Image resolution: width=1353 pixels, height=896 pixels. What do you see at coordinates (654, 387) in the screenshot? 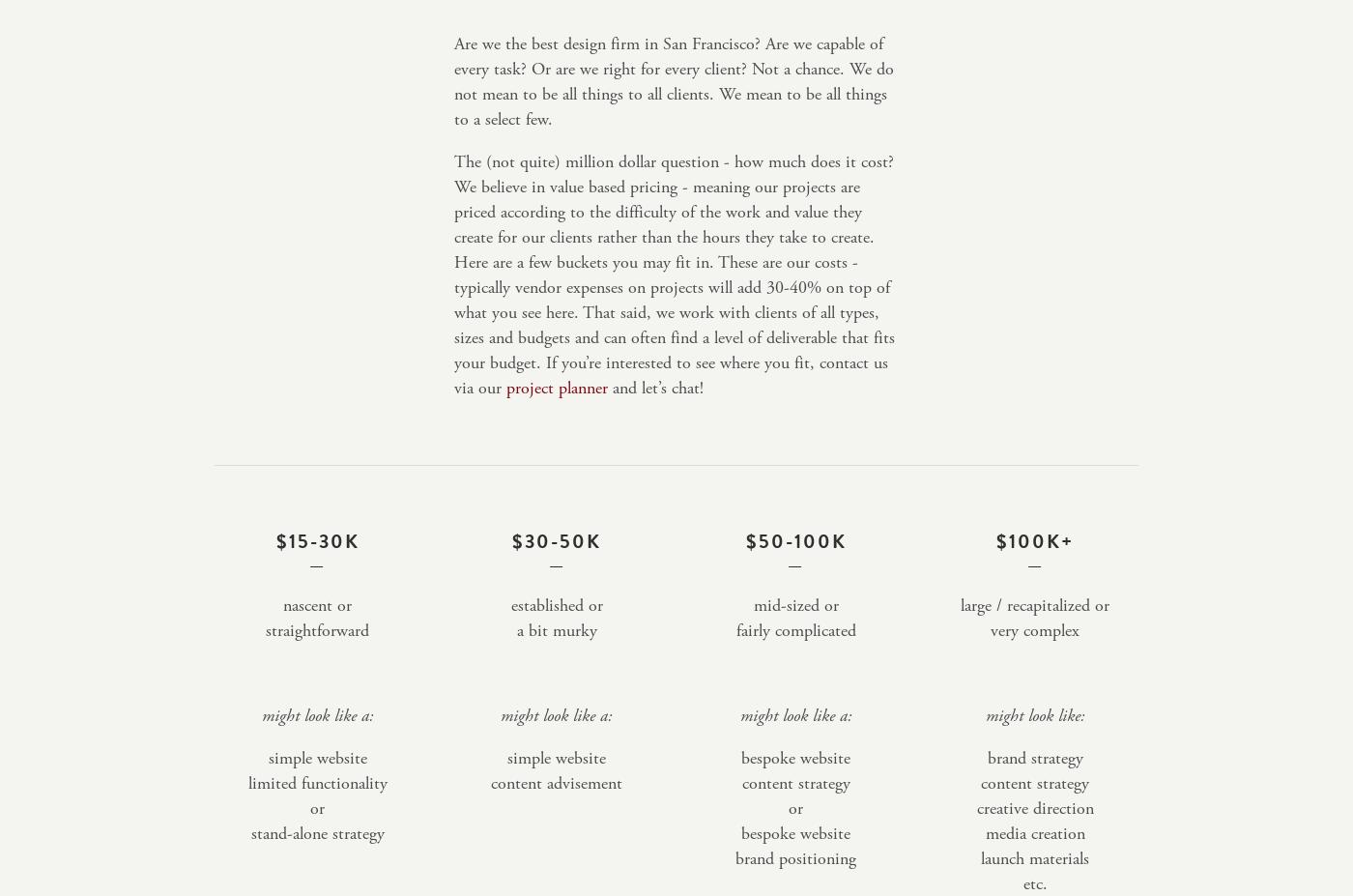
I see `'and let’s chat!'` at bounding box center [654, 387].